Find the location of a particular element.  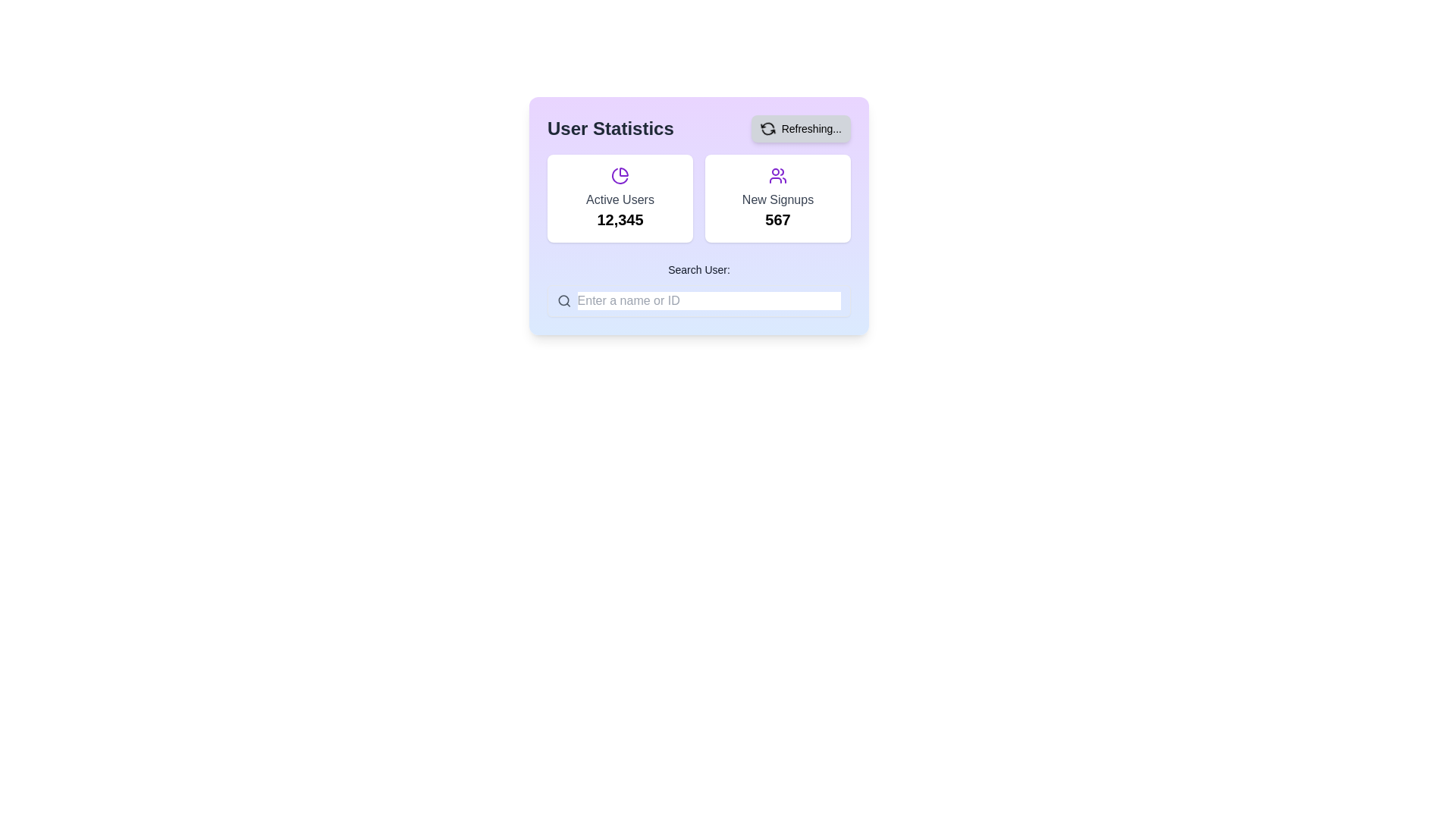

the decorative icon representing user signups located in the 'New Signups' card, which is positioned above the text '567' and centrally aligned with the card's title is located at coordinates (778, 174).